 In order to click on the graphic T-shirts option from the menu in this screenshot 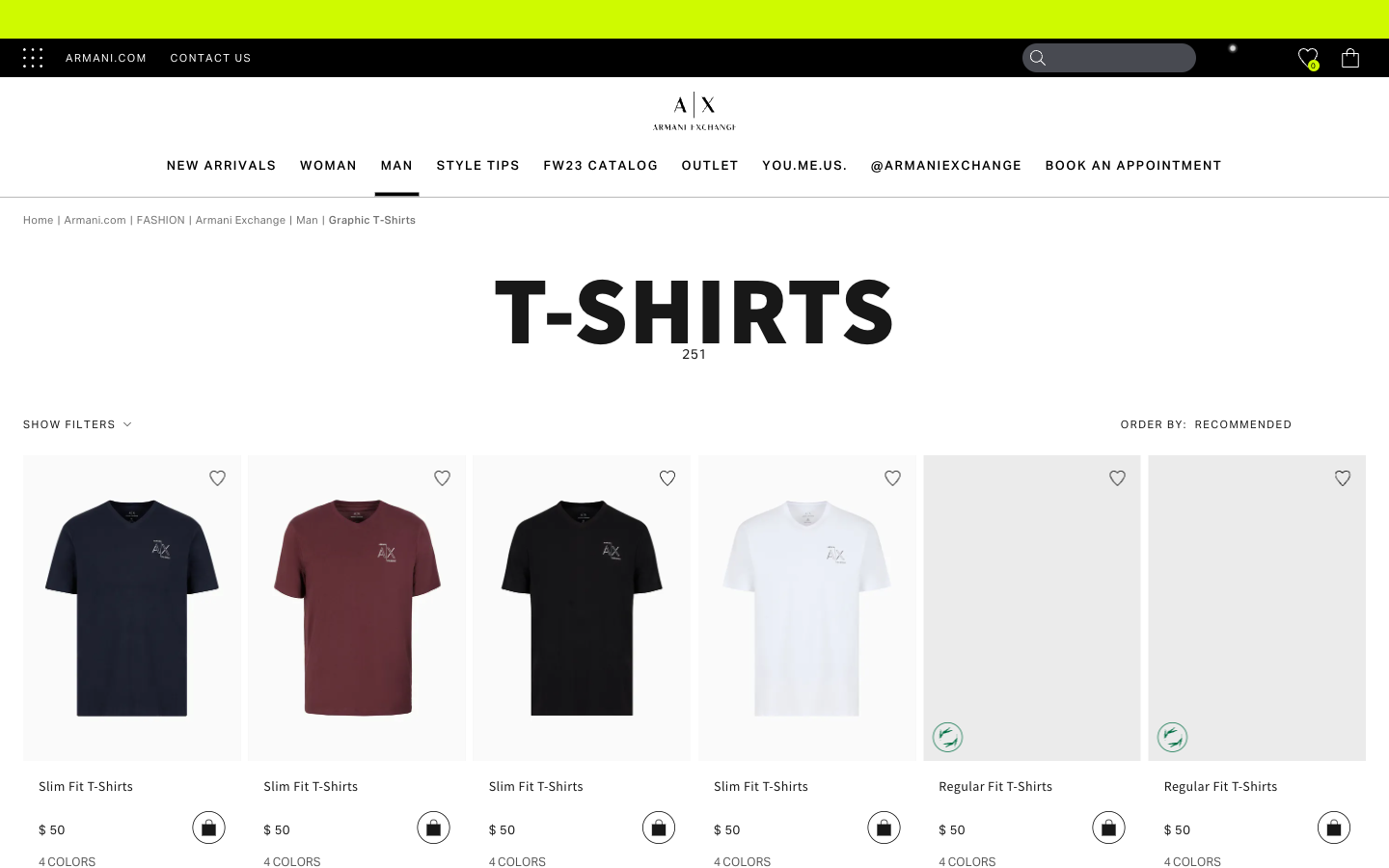, I will do `click(371, 218)`.